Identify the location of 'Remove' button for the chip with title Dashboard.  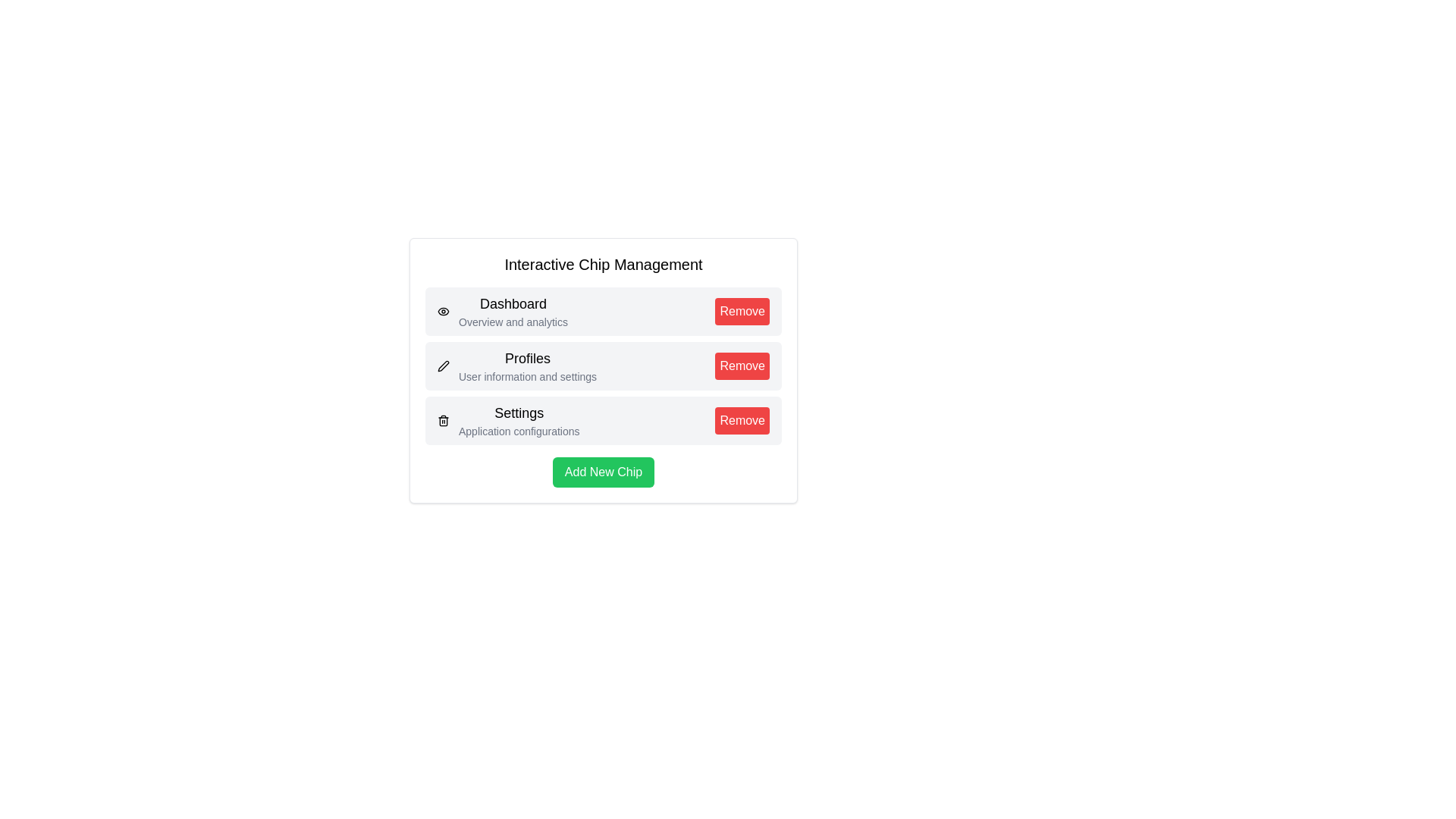
(742, 311).